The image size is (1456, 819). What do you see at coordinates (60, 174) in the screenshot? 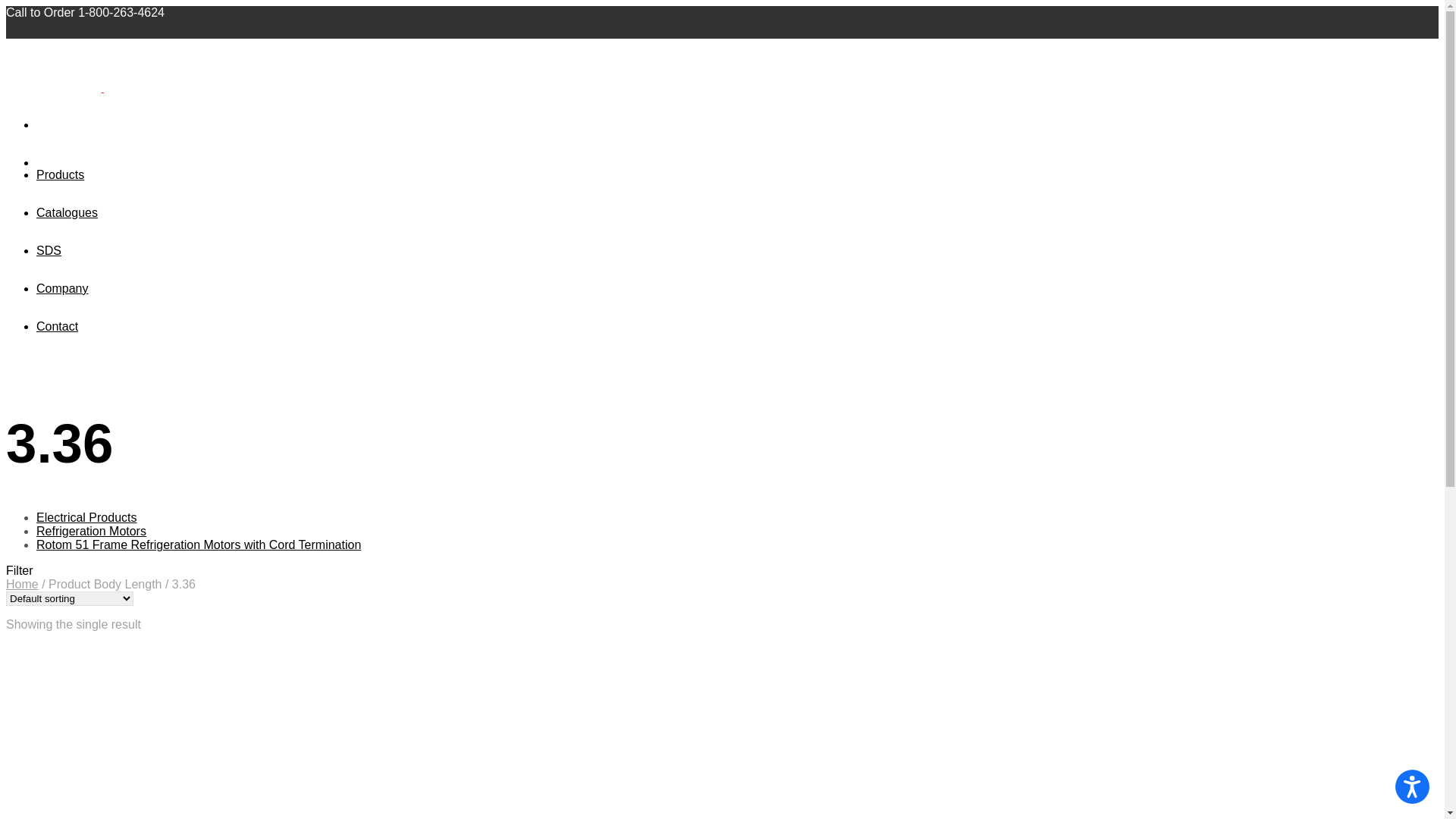
I see `'Products'` at bounding box center [60, 174].